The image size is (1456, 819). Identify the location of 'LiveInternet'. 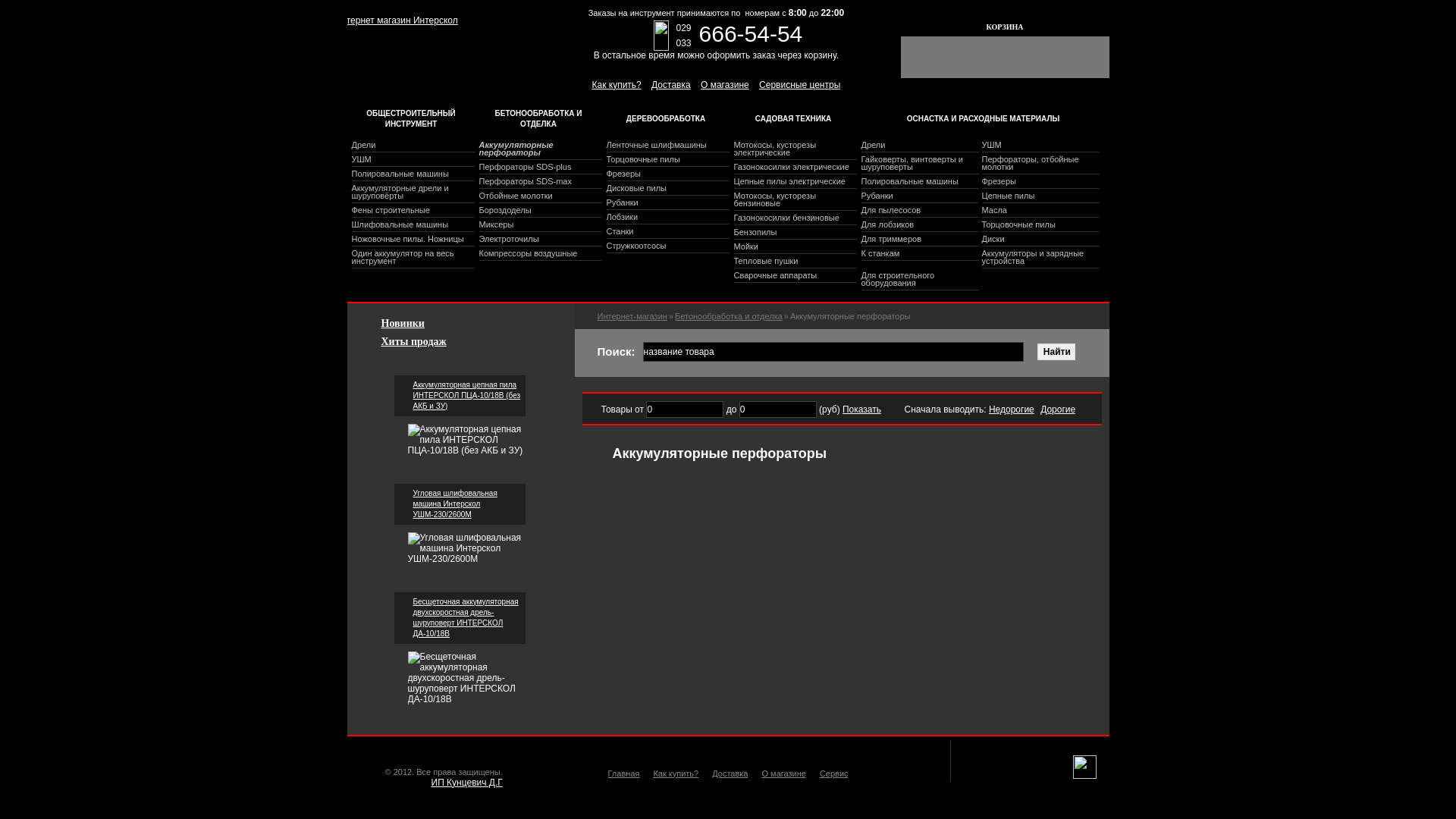
(1083, 767).